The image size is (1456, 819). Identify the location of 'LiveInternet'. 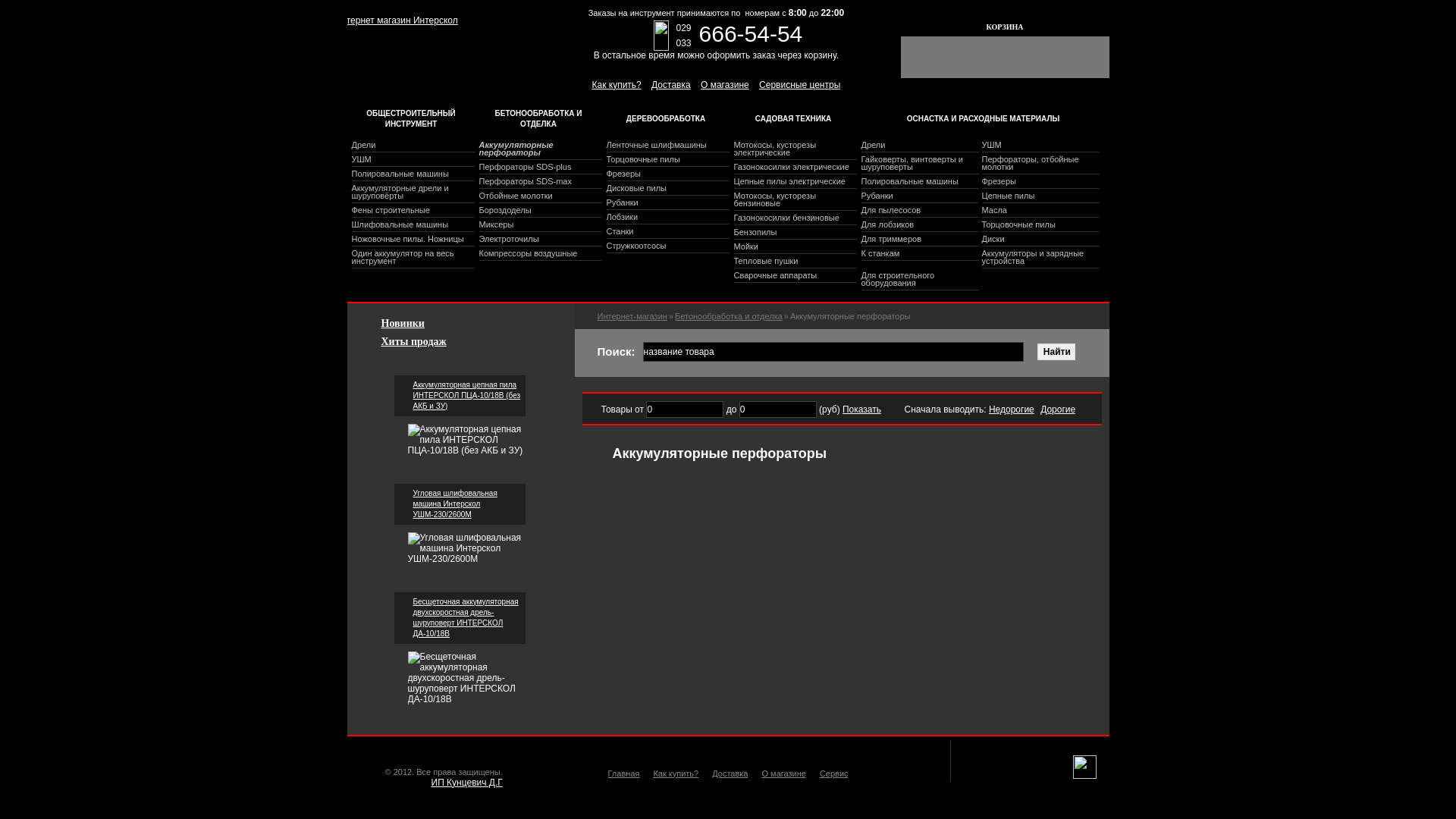
(1083, 767).